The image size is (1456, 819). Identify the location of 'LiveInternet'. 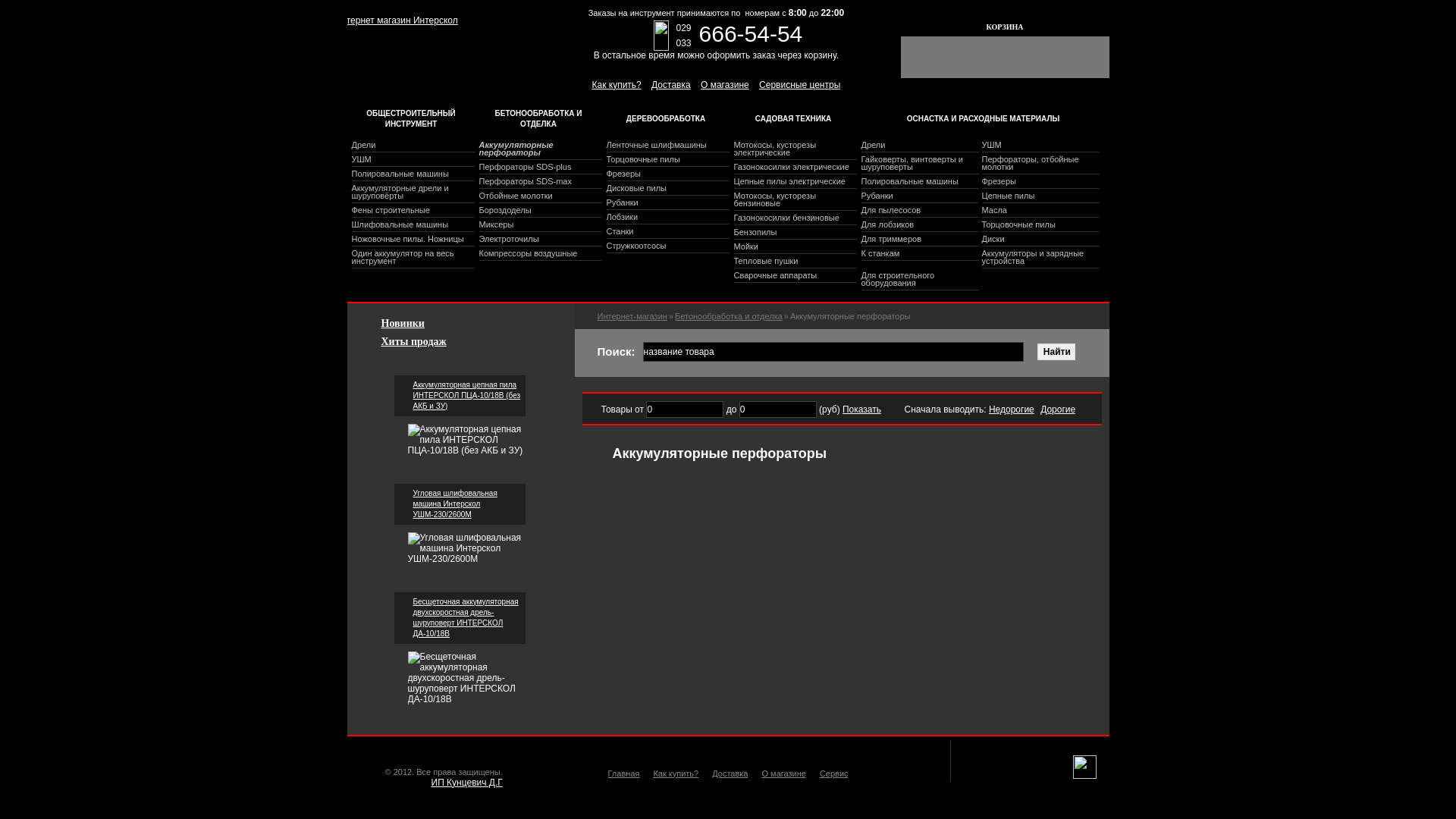
(1083, 767).